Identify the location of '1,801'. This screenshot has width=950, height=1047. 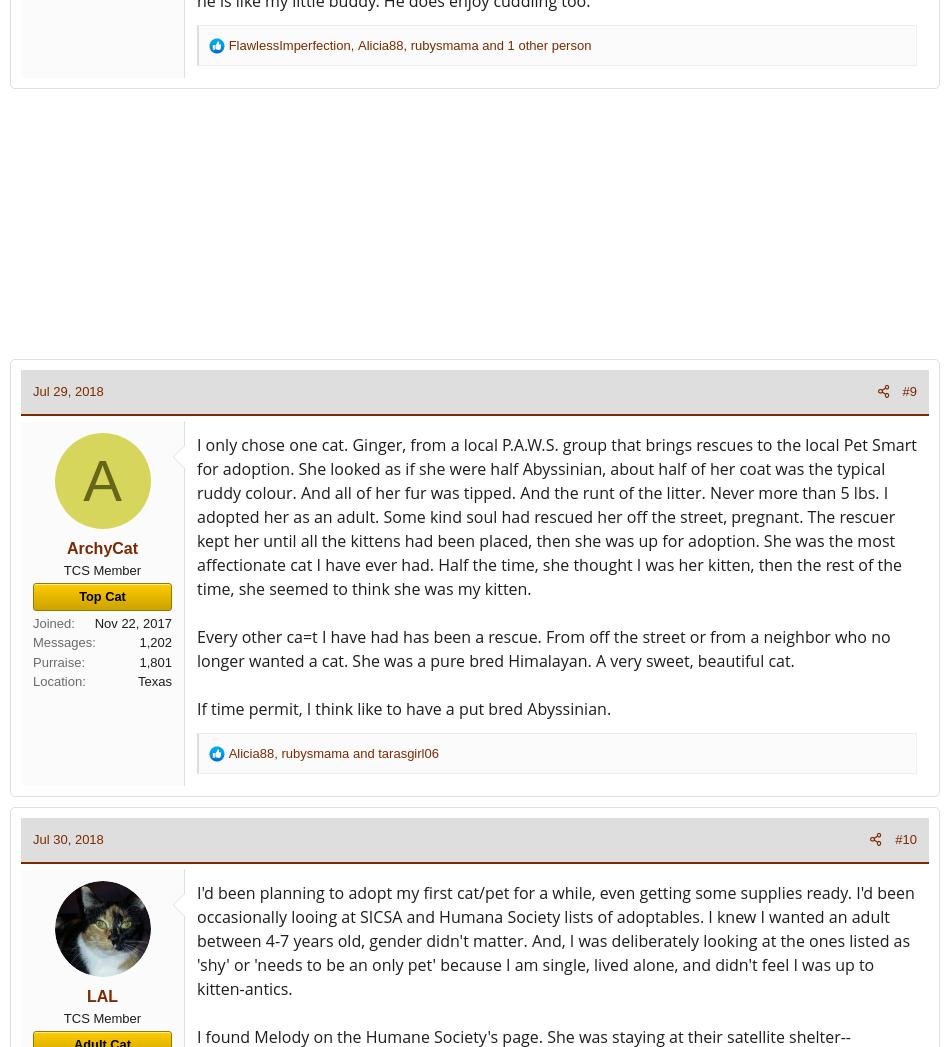
(155, 661).